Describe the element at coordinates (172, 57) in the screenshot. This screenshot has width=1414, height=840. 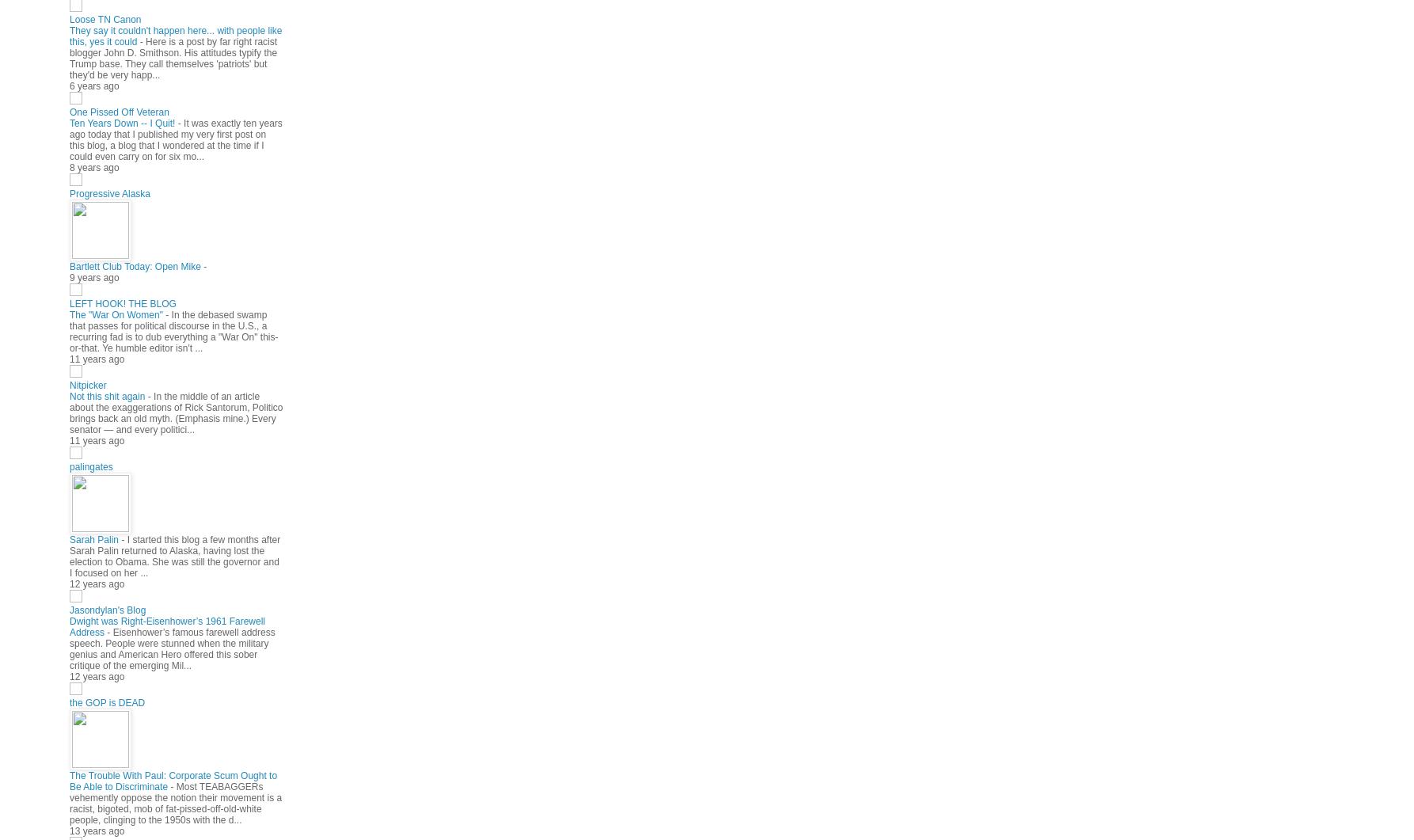
I see `'Here is a post by far right racist blogger John D. Smithson.  His attitudes 
typify the Trump base.  They call themselves 'patriots' but they'd be very 
happ...'` at that location.